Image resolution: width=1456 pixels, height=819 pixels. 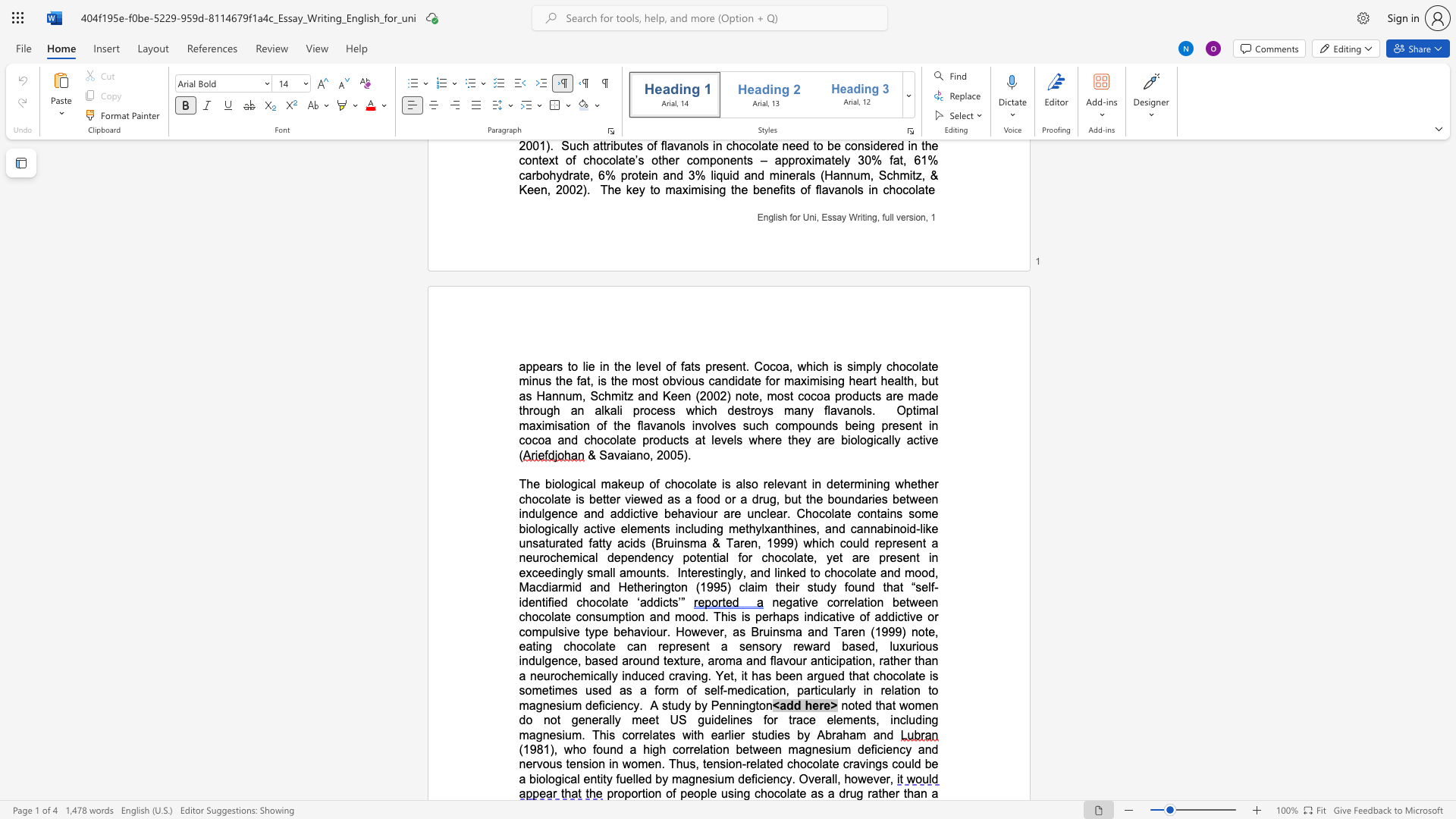 I want to click on the subset text "e is also relevant i" within the text "The biological makeup of chocolate is also relevant in", so click(x=709, y=484).